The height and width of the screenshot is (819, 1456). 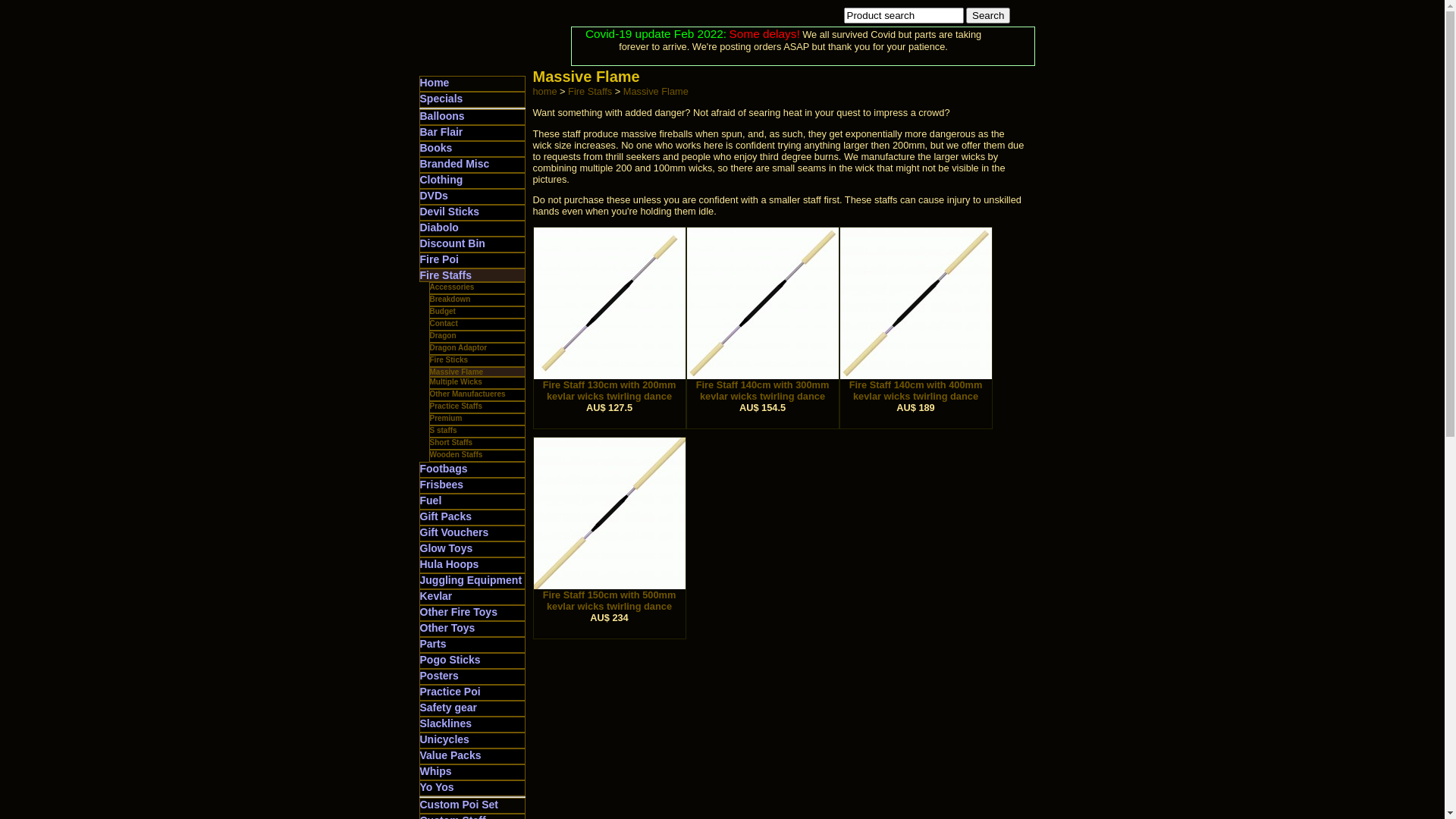 I want to click on 'Devil Sticks', so click(x=449, y=211).